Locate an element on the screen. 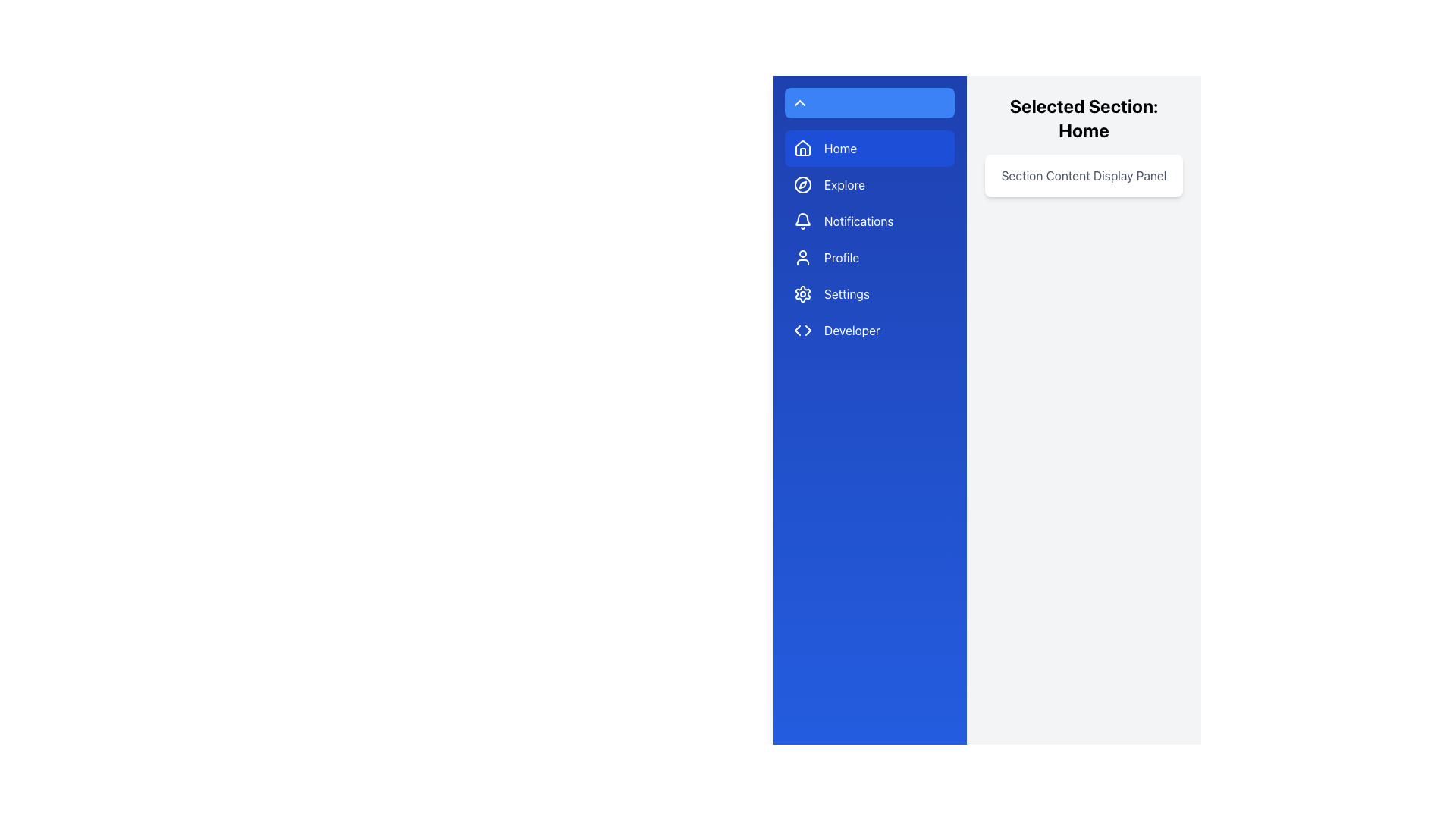 This screenshot has height=819, width=1456. the SVG circle element that represents the decorative compass icon for the 'Explore' menu item, located in the second position on the left-hand menu bar is located at coordinates (802, 184).